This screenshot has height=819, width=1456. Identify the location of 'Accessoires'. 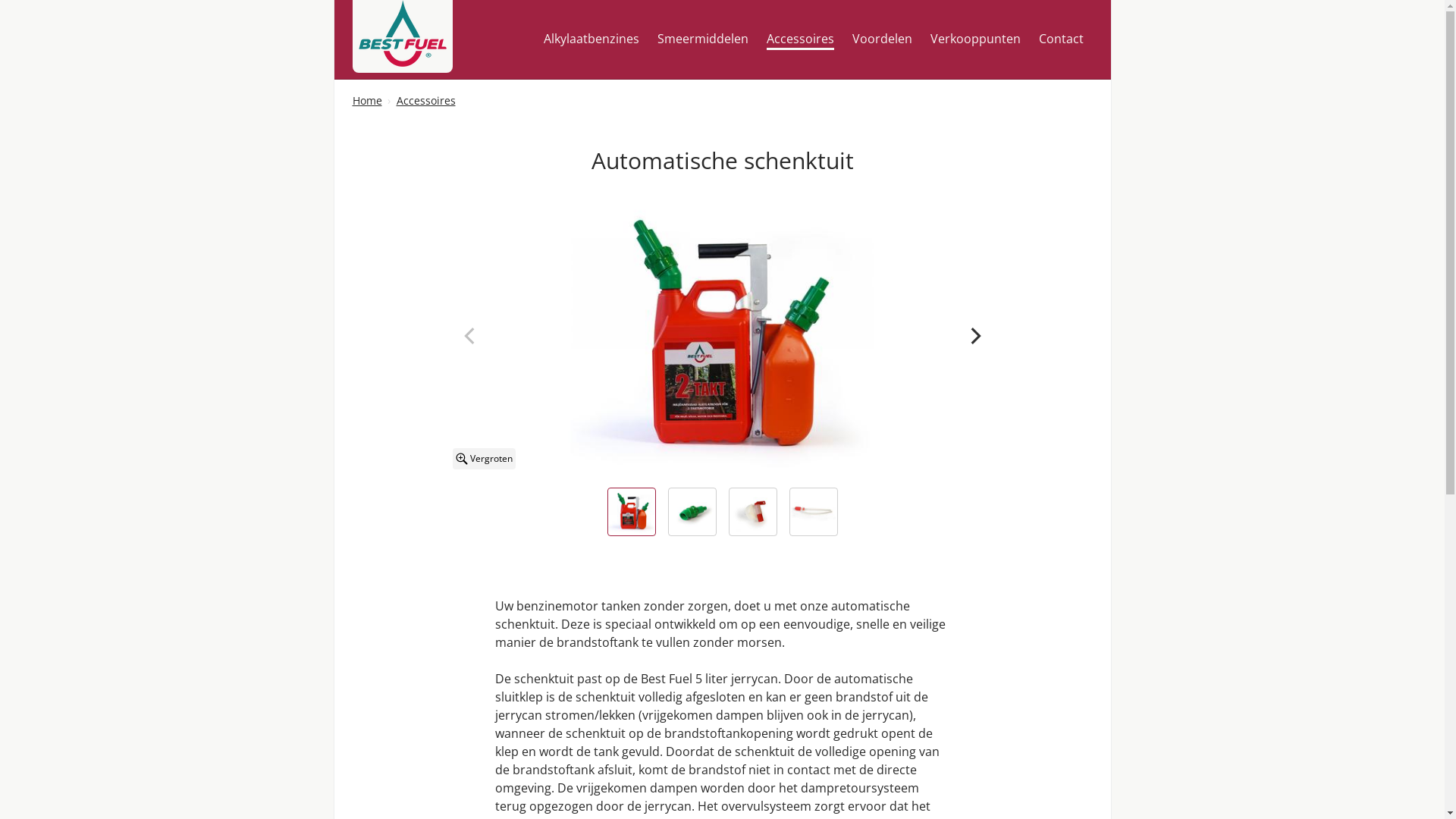
(799, 38).